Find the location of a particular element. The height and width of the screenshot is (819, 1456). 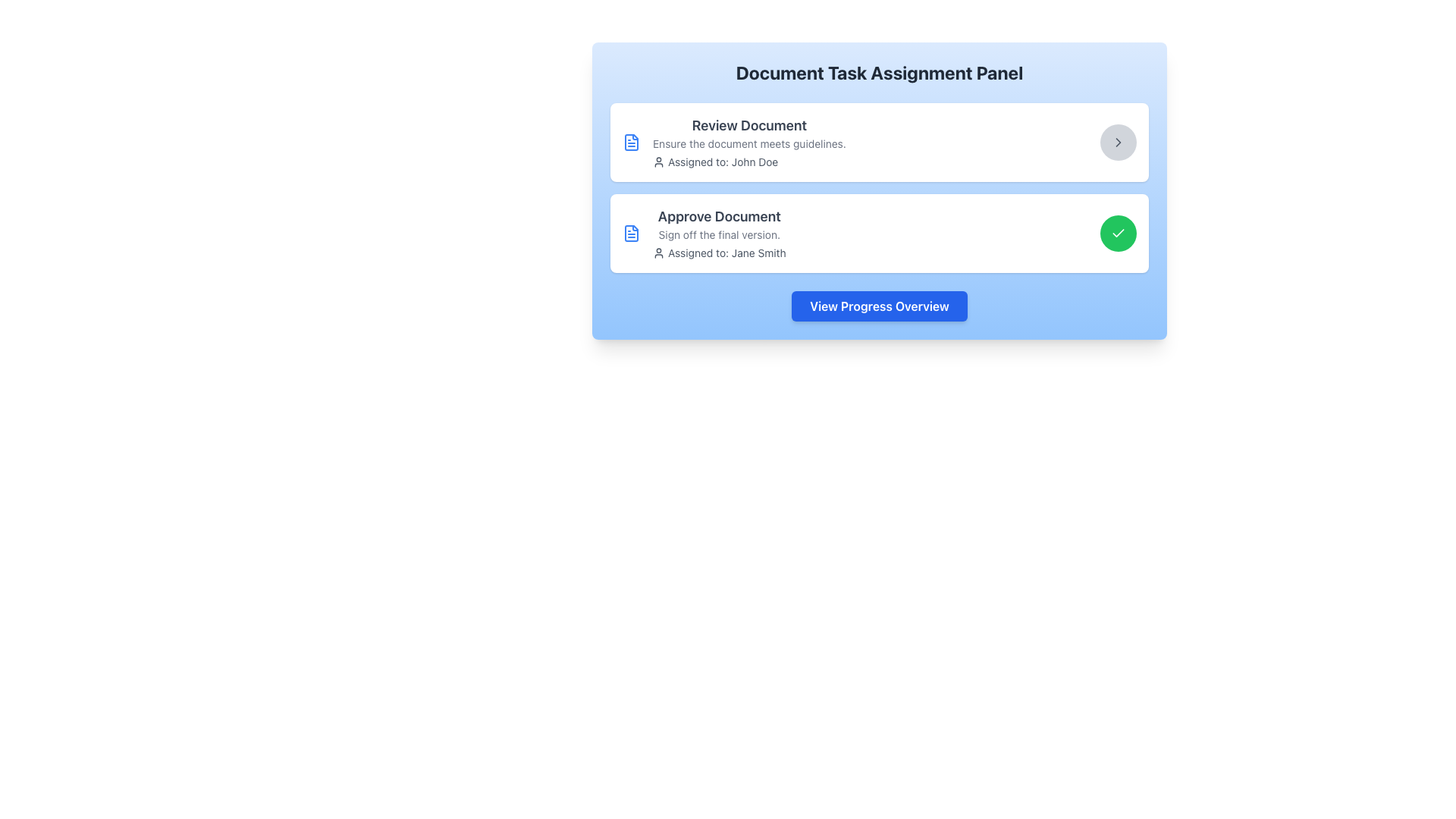

the user profile icon representing the assignee of the task, located to the left of the text 'Assigned to: John Doe' in the first task card is located at coordinates (658, 162).